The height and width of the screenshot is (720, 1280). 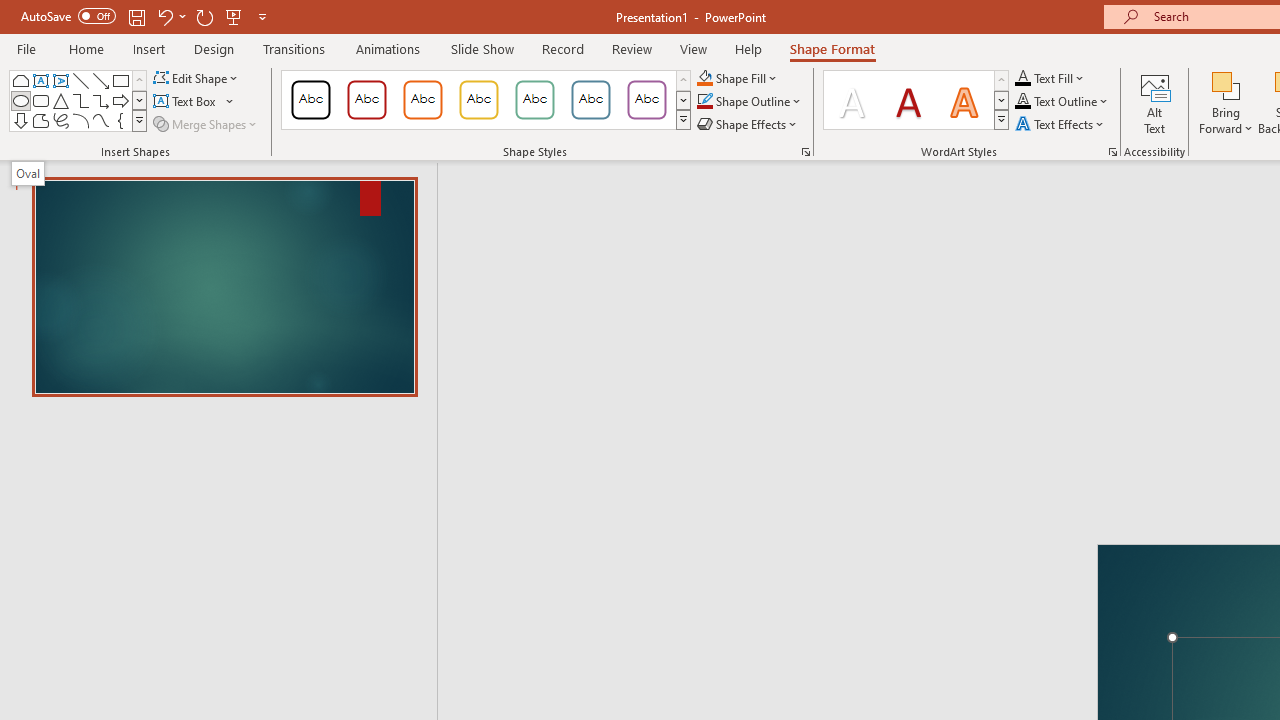 I want to click on 'Arc', so click(x=80, y=120).